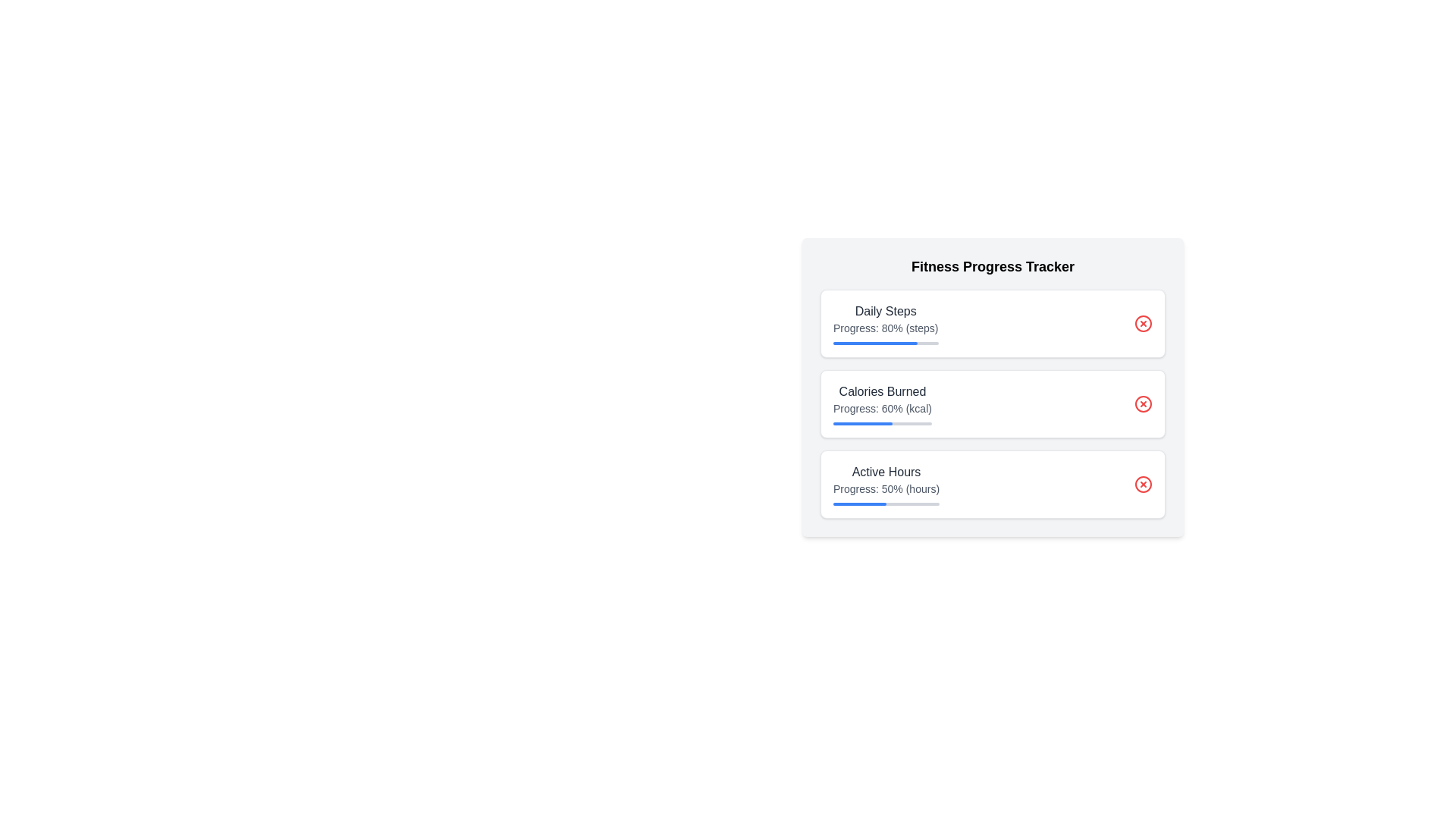 This screenshot has height=819, width=1456. Describe the element at coordinates (1143, 323) in the screenshot. I see `the outer circular part of the cross icon, which indicates an actionable feature for removing or deleting a progress entry on the right side of the first card in the vertical stack of progress categories` at that location.